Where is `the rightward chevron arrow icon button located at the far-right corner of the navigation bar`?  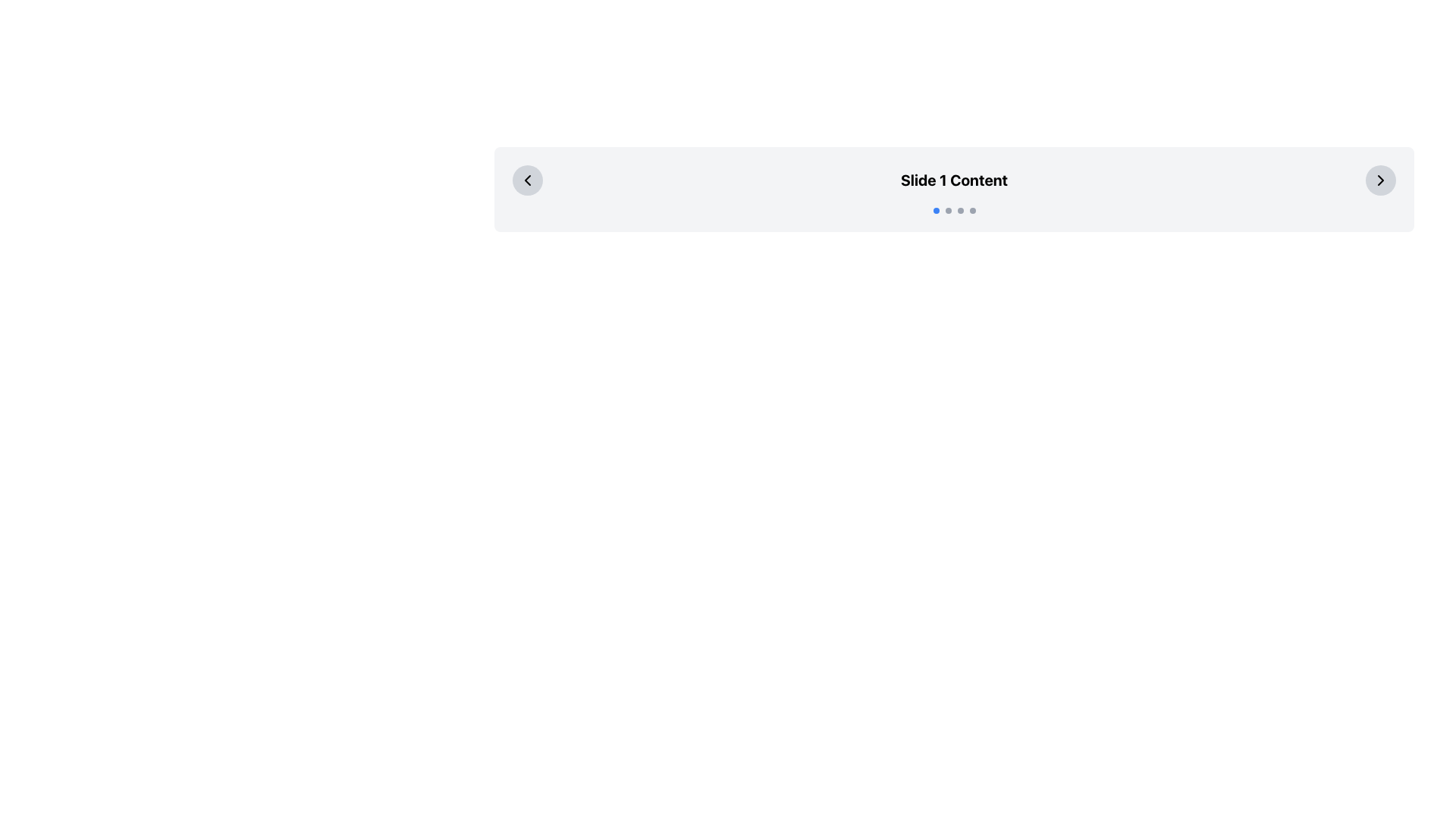 the rightward chevron arrow icon button located at the far-right corner of the navigation bar is located at coordinates (1380, 180).